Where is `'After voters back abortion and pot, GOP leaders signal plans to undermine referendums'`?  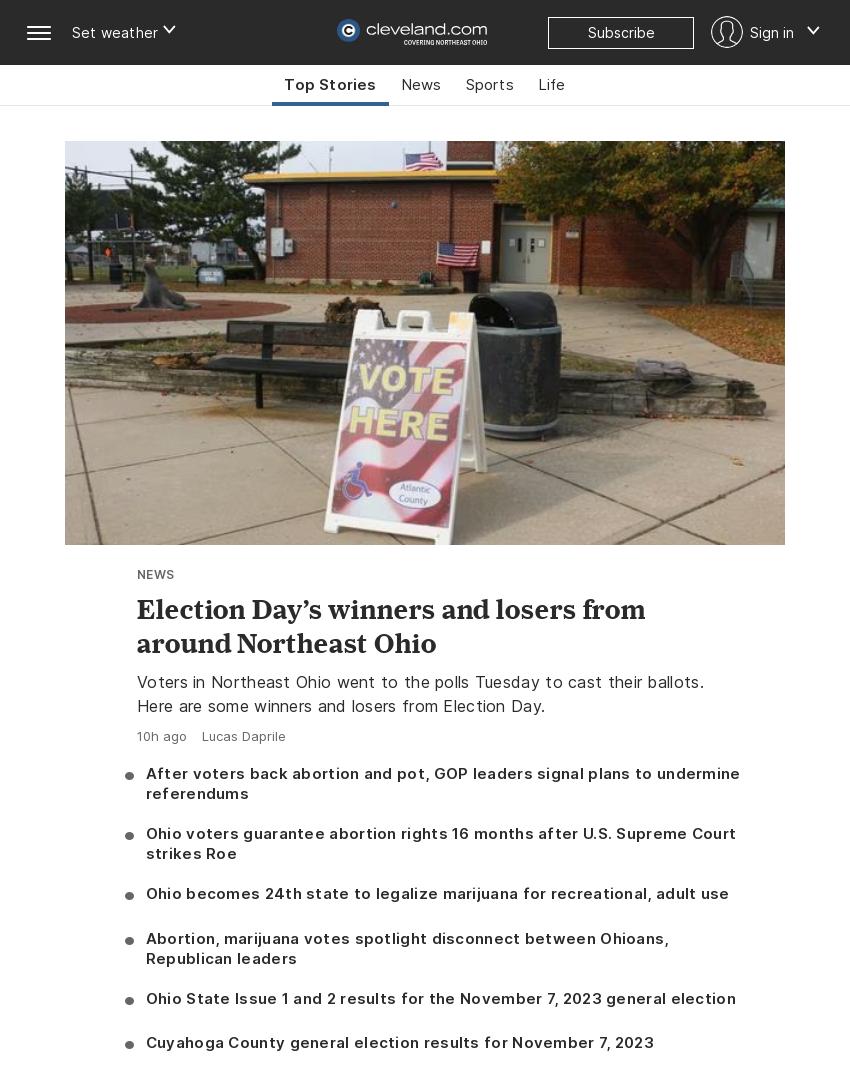 'After voters back abortion and pot, GOP leaders signal plans to undermine referendums' is located at coordinates (441, 783).